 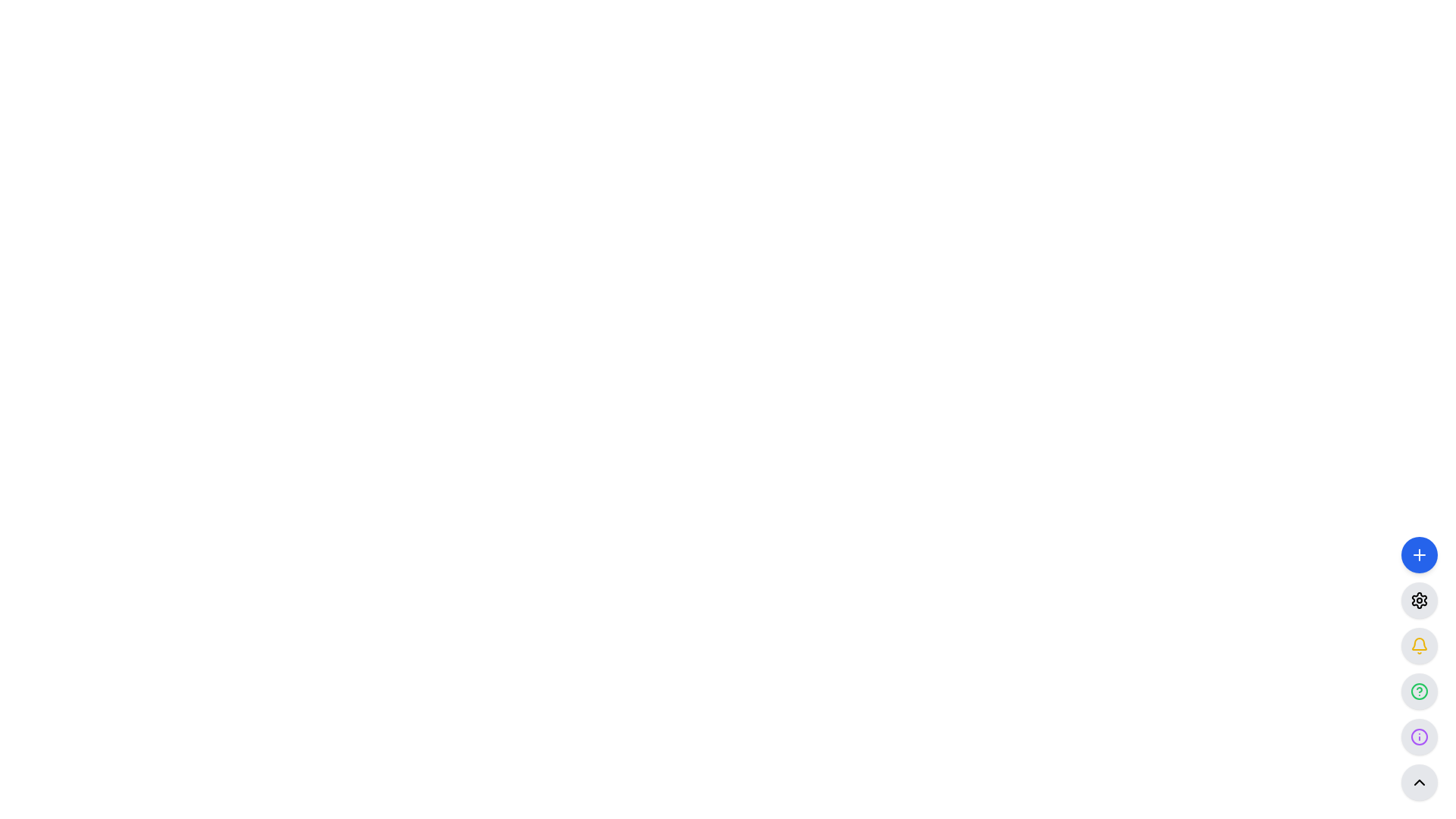 I want to click on the circular purple info icon button located between the green question mark icon and the pink-bordered square icon, so click(x=1419, y=736).